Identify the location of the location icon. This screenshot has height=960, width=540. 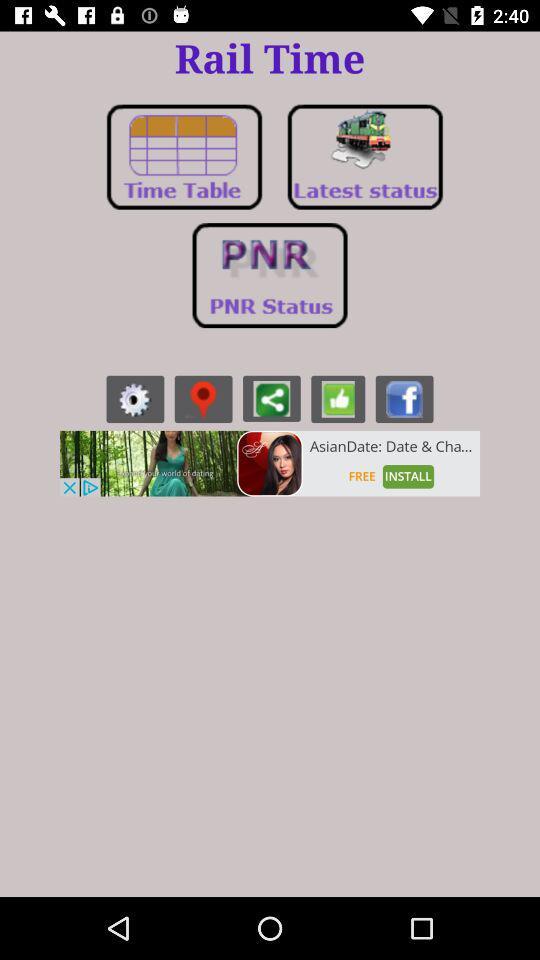
(202, 398).